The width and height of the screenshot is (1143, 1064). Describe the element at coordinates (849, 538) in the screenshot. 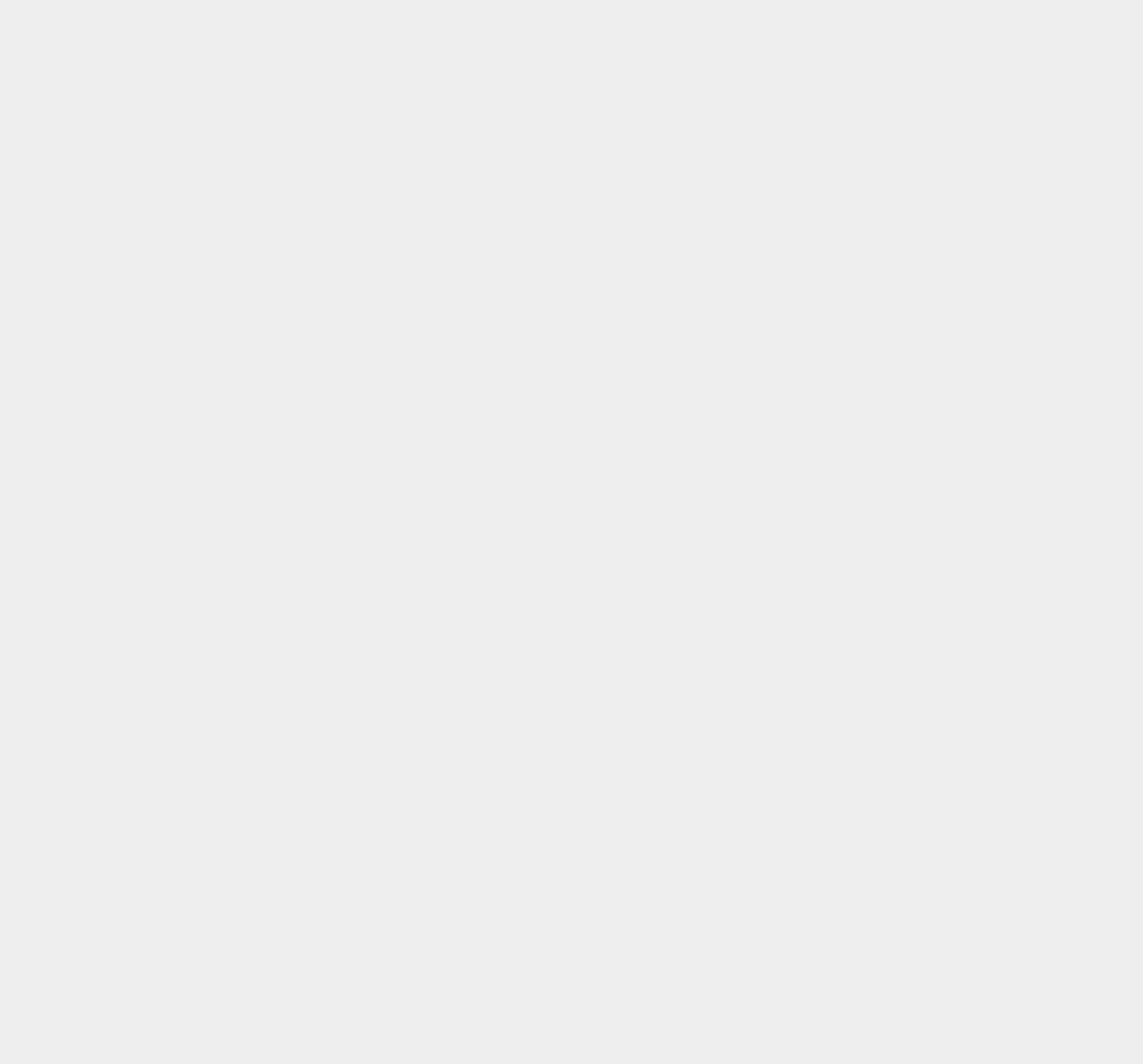

I see `'Windows Live'` at that location.